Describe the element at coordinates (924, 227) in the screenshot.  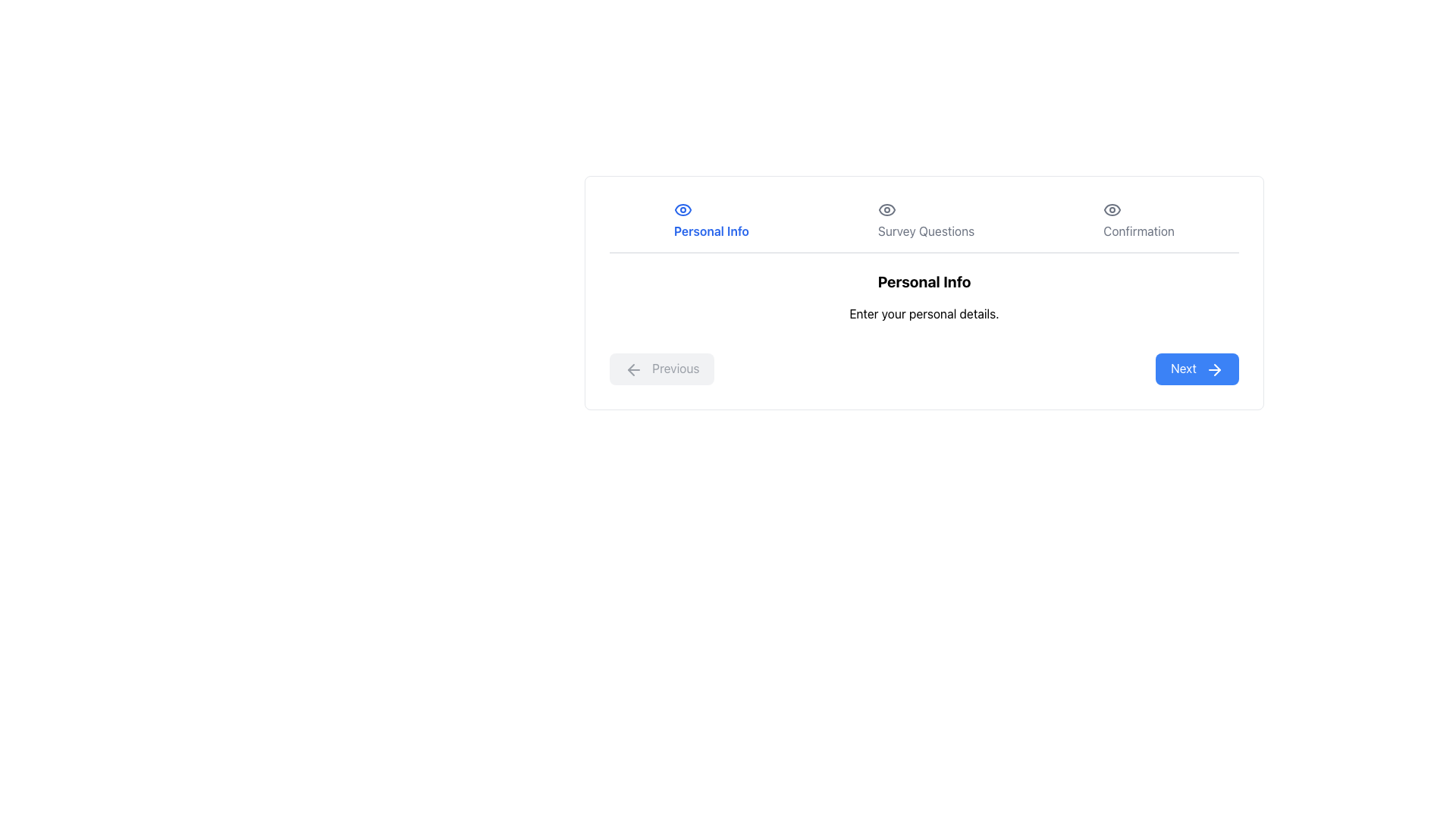
I see `the 'Survey Questions' tab of the Navigation progress bar, which features horizontally arranged tabs with icons` at that location.